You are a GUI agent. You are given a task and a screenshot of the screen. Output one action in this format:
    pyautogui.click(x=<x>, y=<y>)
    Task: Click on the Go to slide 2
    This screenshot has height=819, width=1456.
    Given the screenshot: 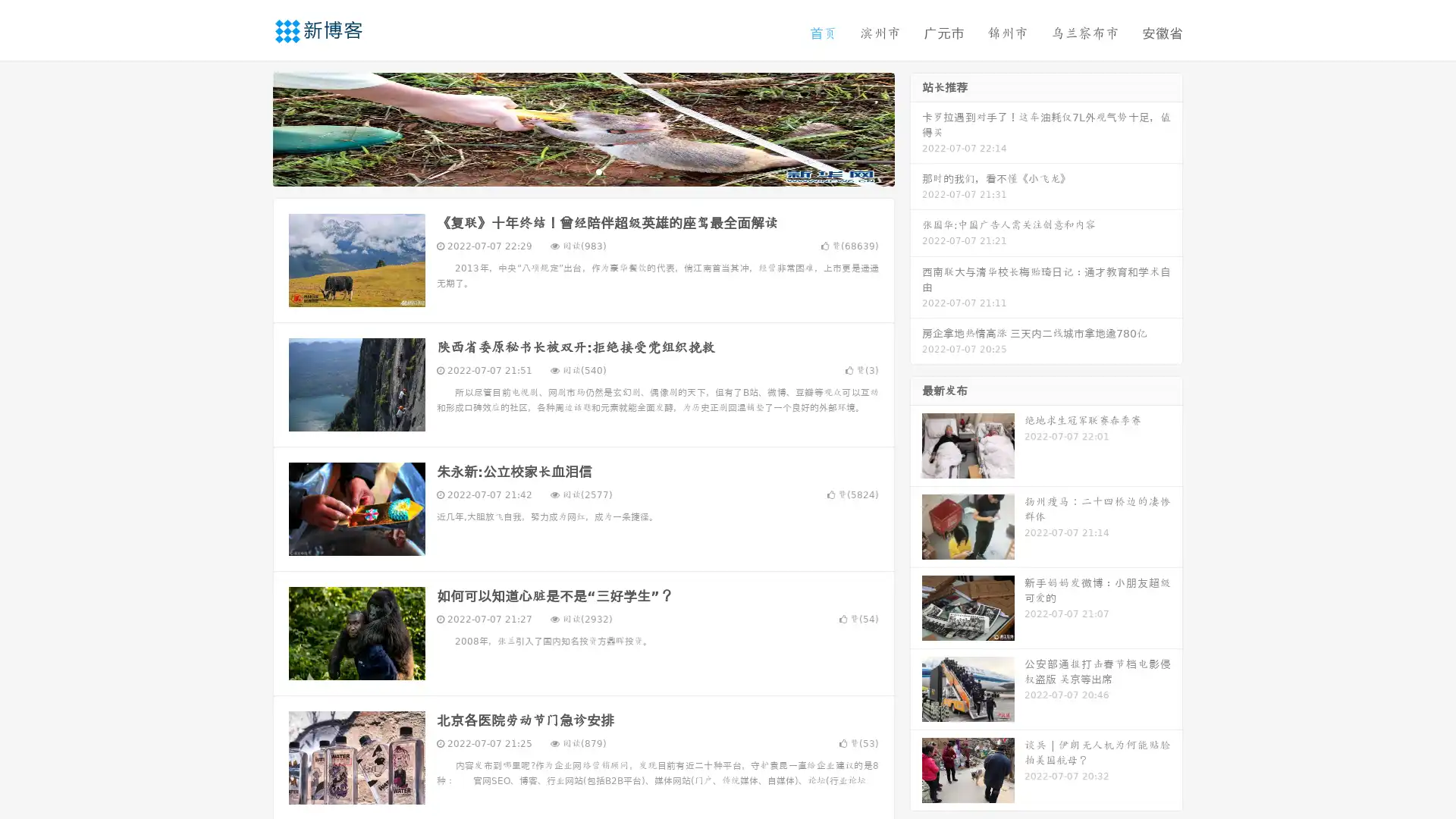 What is the action you would take?
    pyautogui.click(x=582, y=171)
    